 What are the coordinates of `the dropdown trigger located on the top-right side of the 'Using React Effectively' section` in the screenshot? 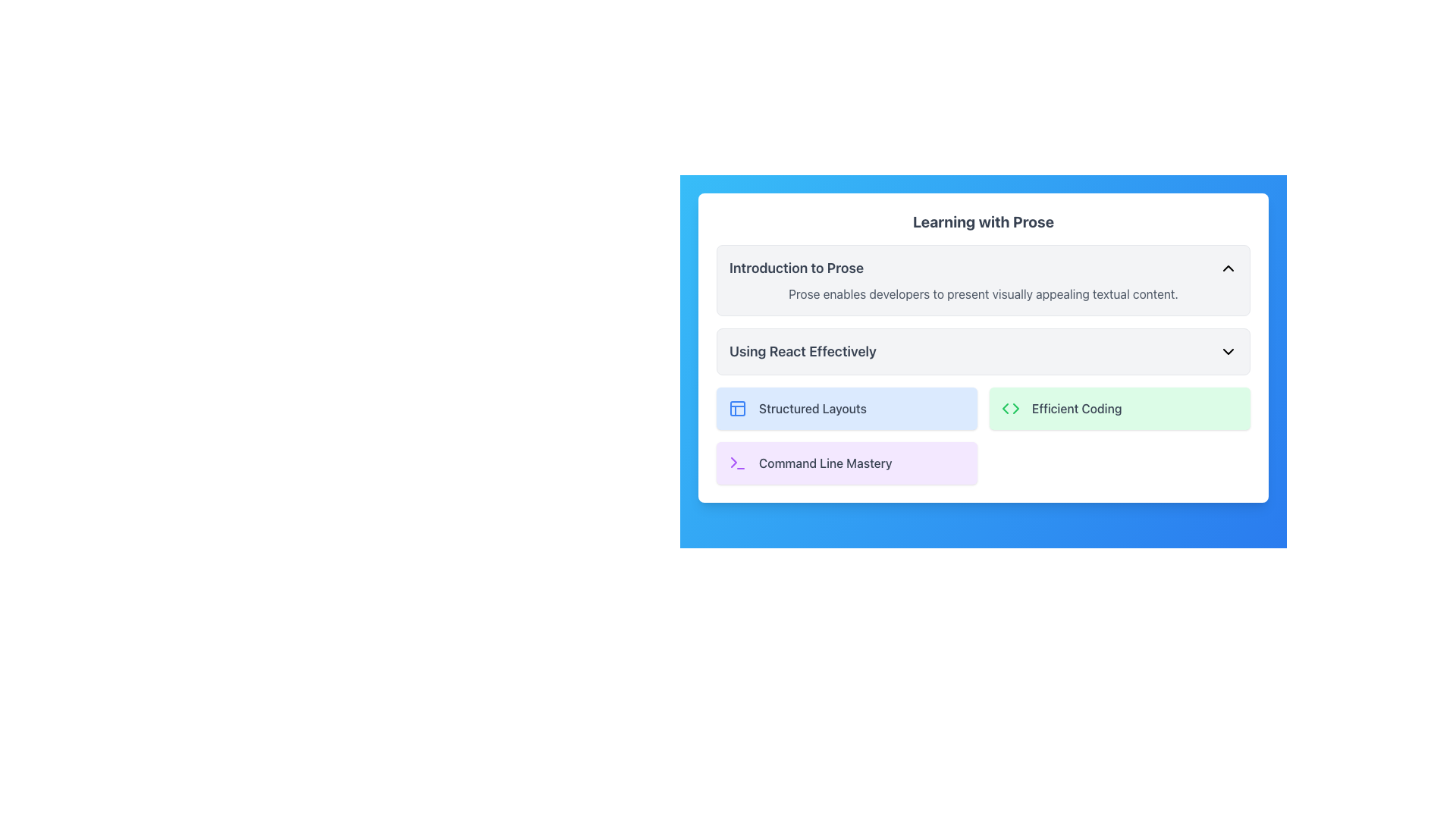 It's located at (1228, 351).